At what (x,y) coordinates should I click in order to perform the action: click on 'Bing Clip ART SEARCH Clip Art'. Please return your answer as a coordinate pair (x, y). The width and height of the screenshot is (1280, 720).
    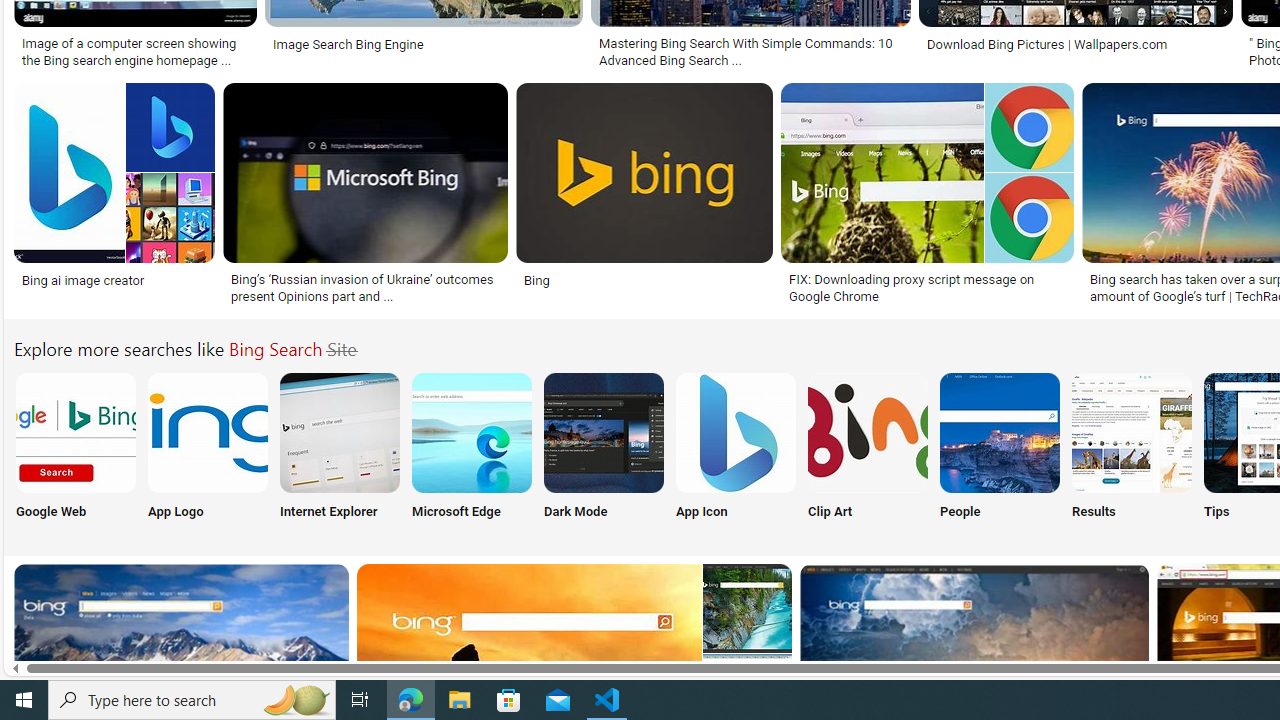
    Looking at the image, I should click on (867, 450).